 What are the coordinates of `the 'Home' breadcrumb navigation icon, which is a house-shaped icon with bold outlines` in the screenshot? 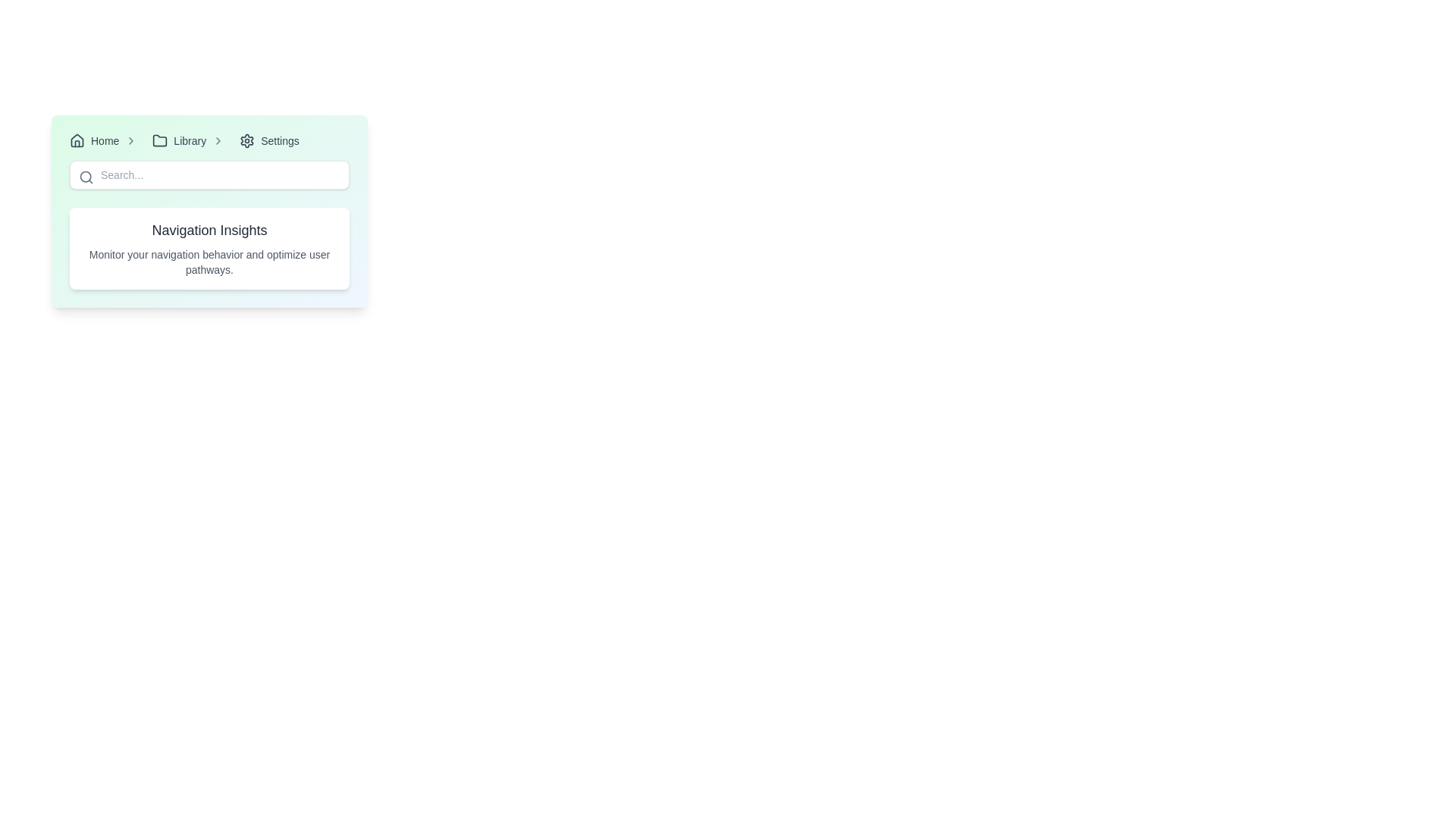 It's located at (76, 140).